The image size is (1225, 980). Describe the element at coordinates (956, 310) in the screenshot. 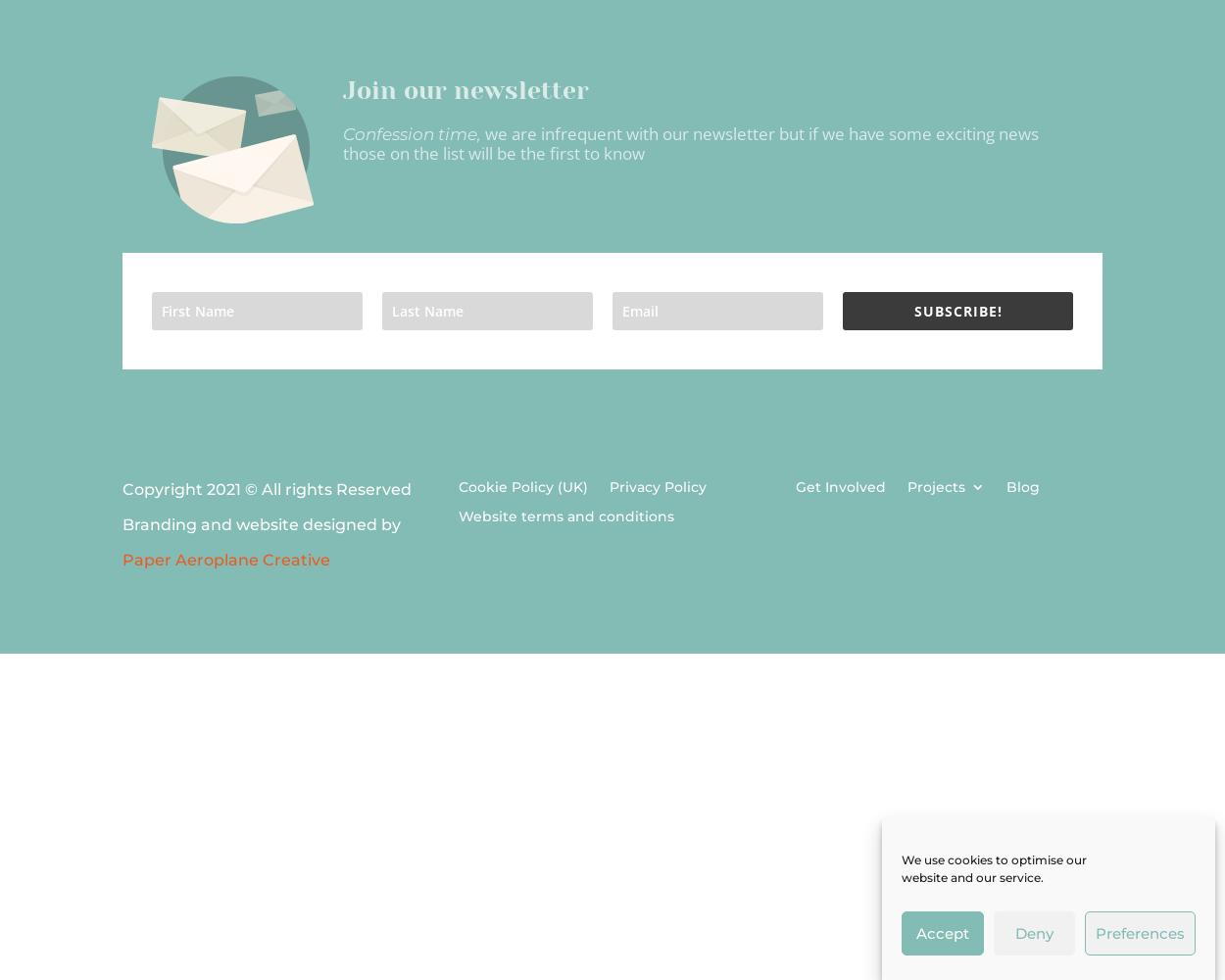

I see `'SUBSCRIBE!'` at that location.